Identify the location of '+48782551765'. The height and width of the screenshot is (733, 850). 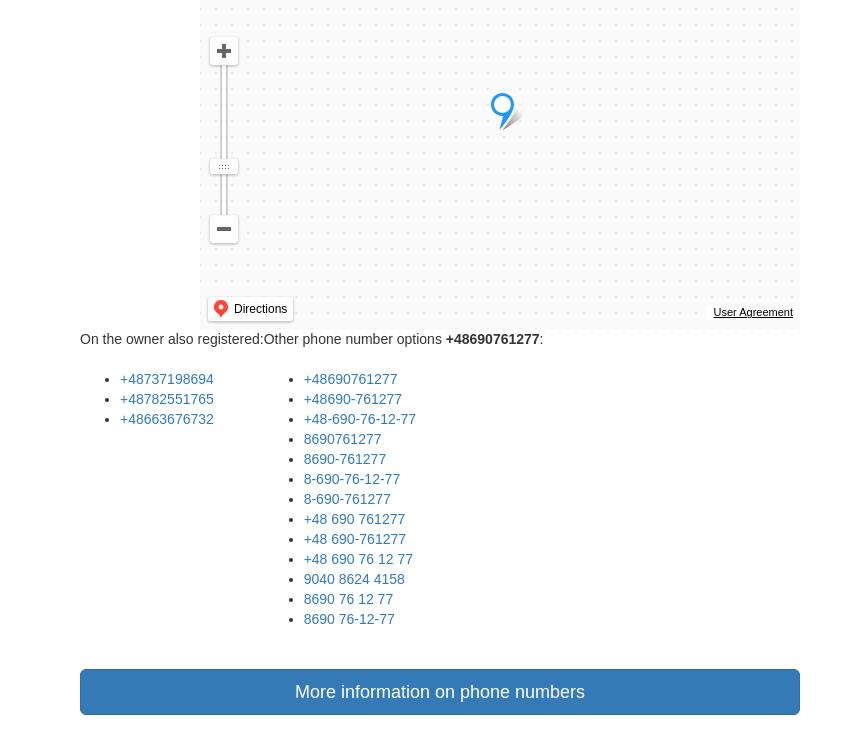
(166, 398).